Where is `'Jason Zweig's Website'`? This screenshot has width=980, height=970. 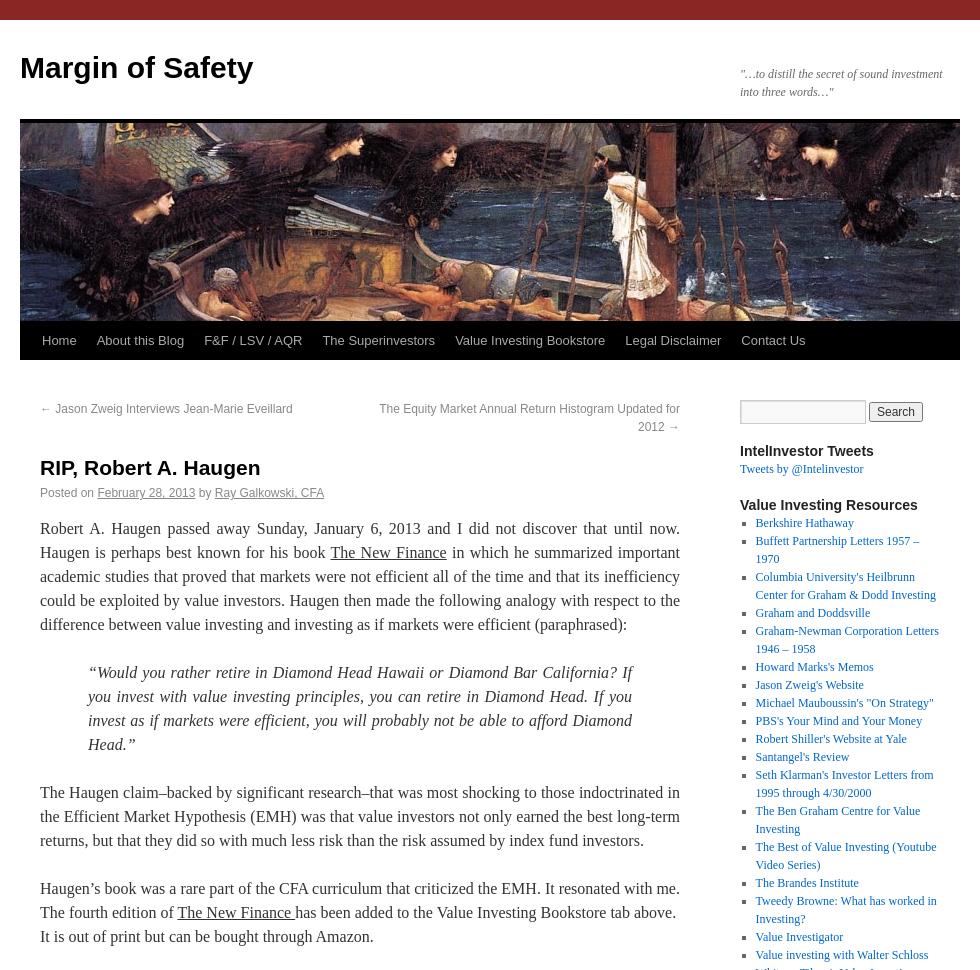 'Jason Zweig's Website' is located at coordinates (754, 685).